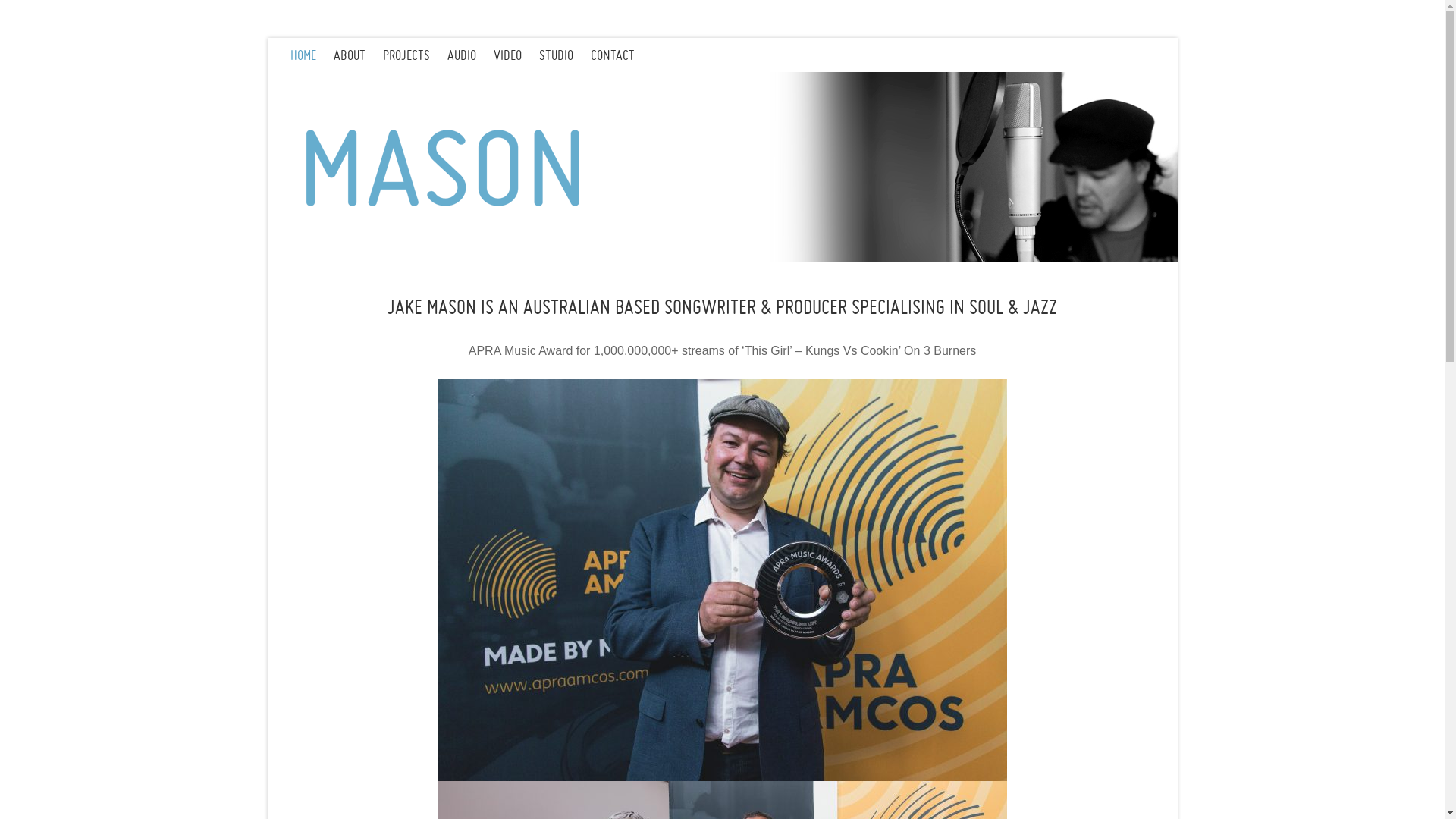 This screenshot has height=819, width=1456. Describe the element at coordinates (382, 54) in the screenshot. I see `'PROJECTS'` at that location.